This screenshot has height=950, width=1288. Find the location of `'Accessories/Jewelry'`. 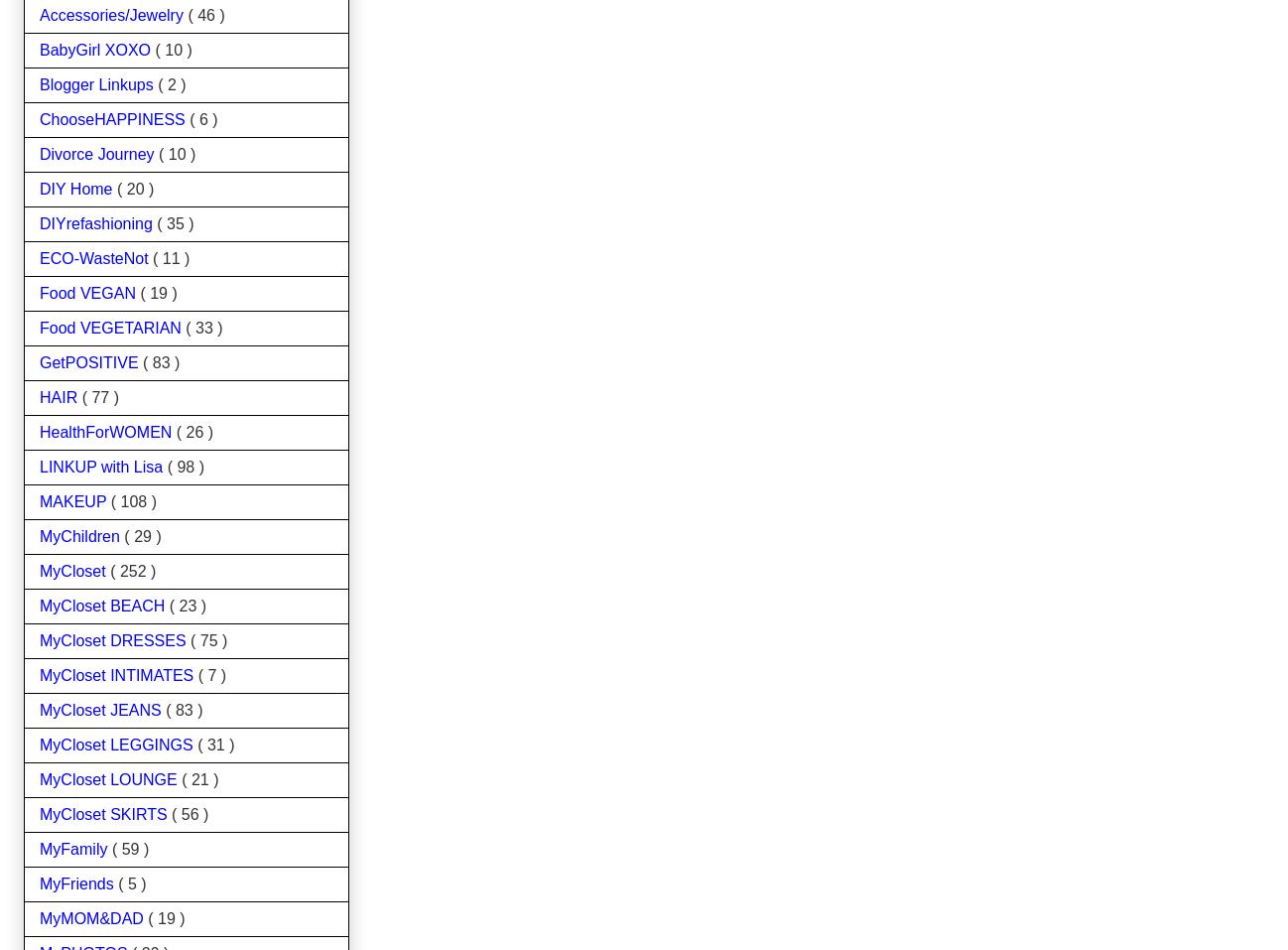

'Accessories/Jewelry' is located at coordinates (113, 13).